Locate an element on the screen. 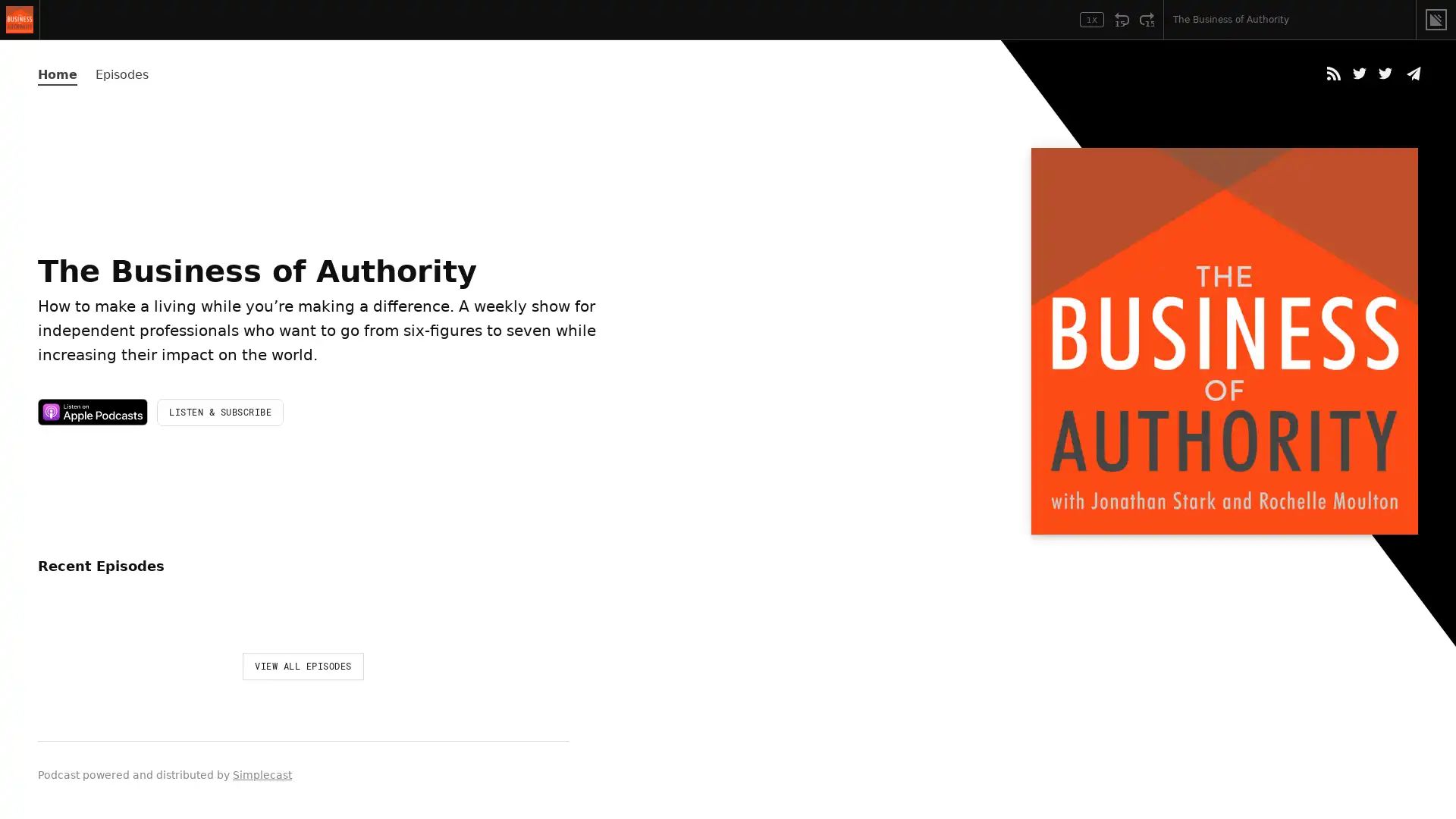 This screenshot has height=819, width=1456. Open Player Settings is located at coordinates (1048, 20).